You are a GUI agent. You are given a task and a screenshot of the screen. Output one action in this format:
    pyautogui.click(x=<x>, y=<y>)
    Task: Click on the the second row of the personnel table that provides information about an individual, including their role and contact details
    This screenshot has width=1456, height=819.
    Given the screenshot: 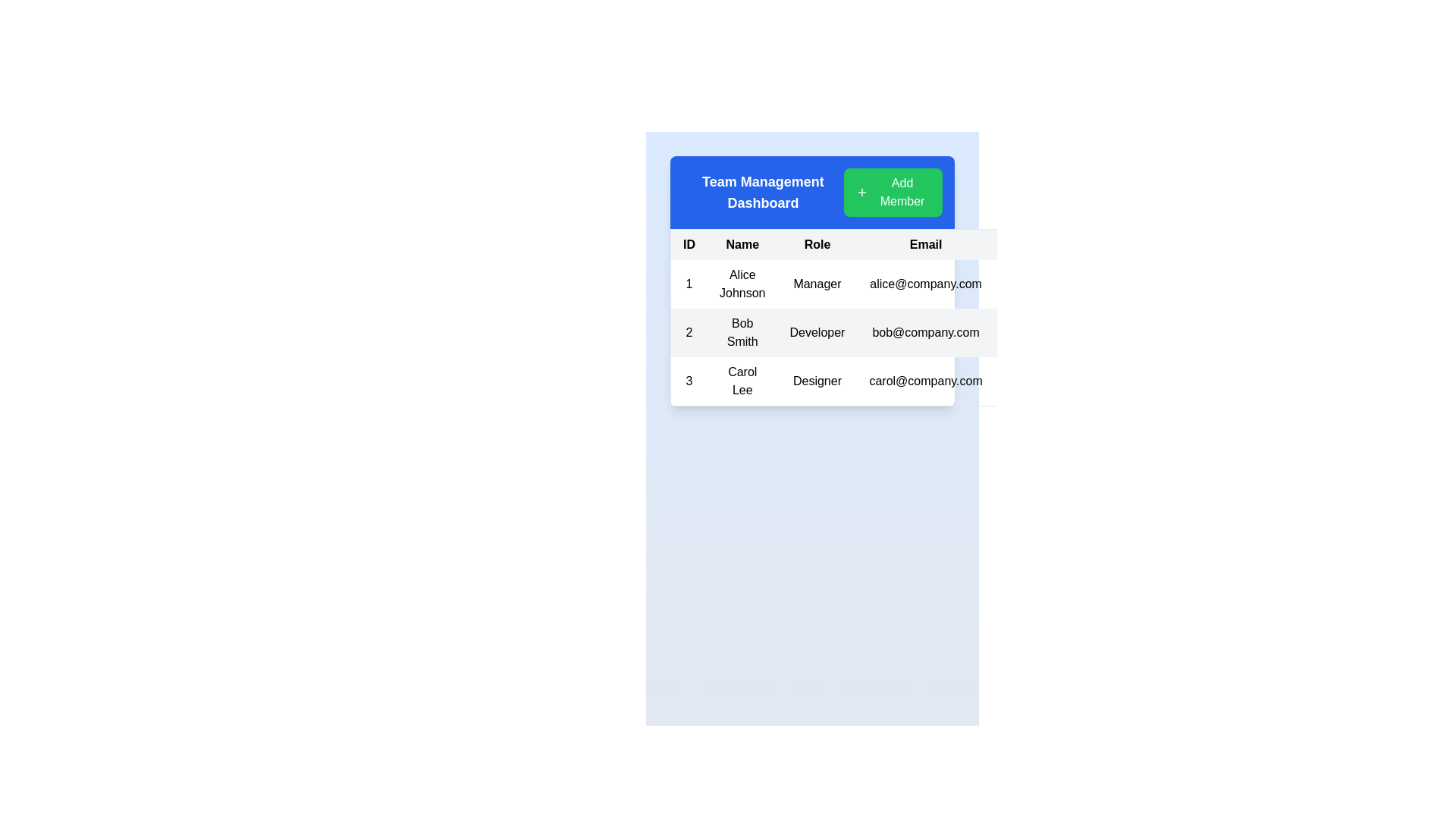 What is the action you would take?
    pyautogui.click(x=904, y=332)
    